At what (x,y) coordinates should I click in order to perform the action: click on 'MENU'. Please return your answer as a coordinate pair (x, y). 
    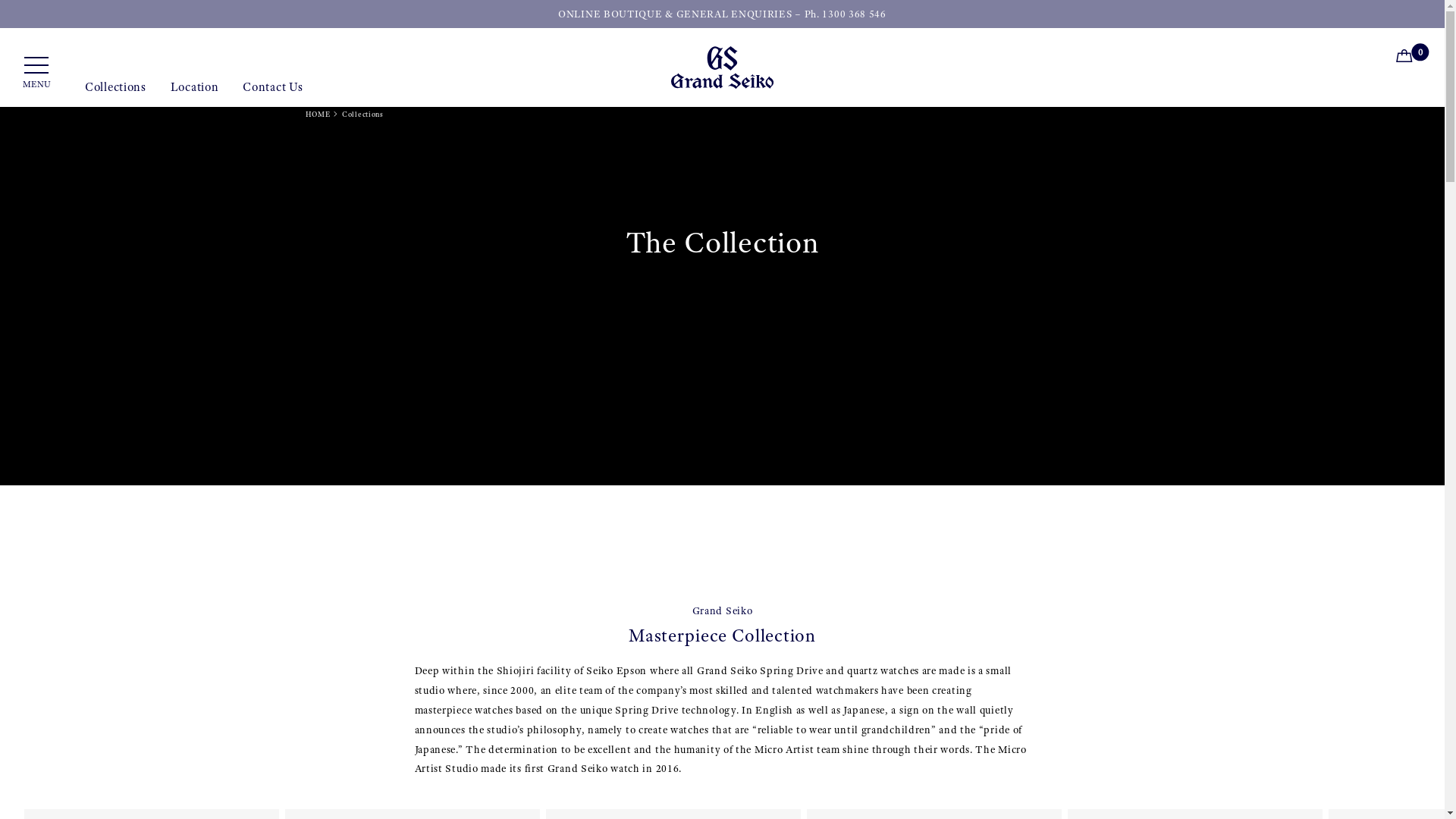
    Looking at the image, I should click on (36, 73).